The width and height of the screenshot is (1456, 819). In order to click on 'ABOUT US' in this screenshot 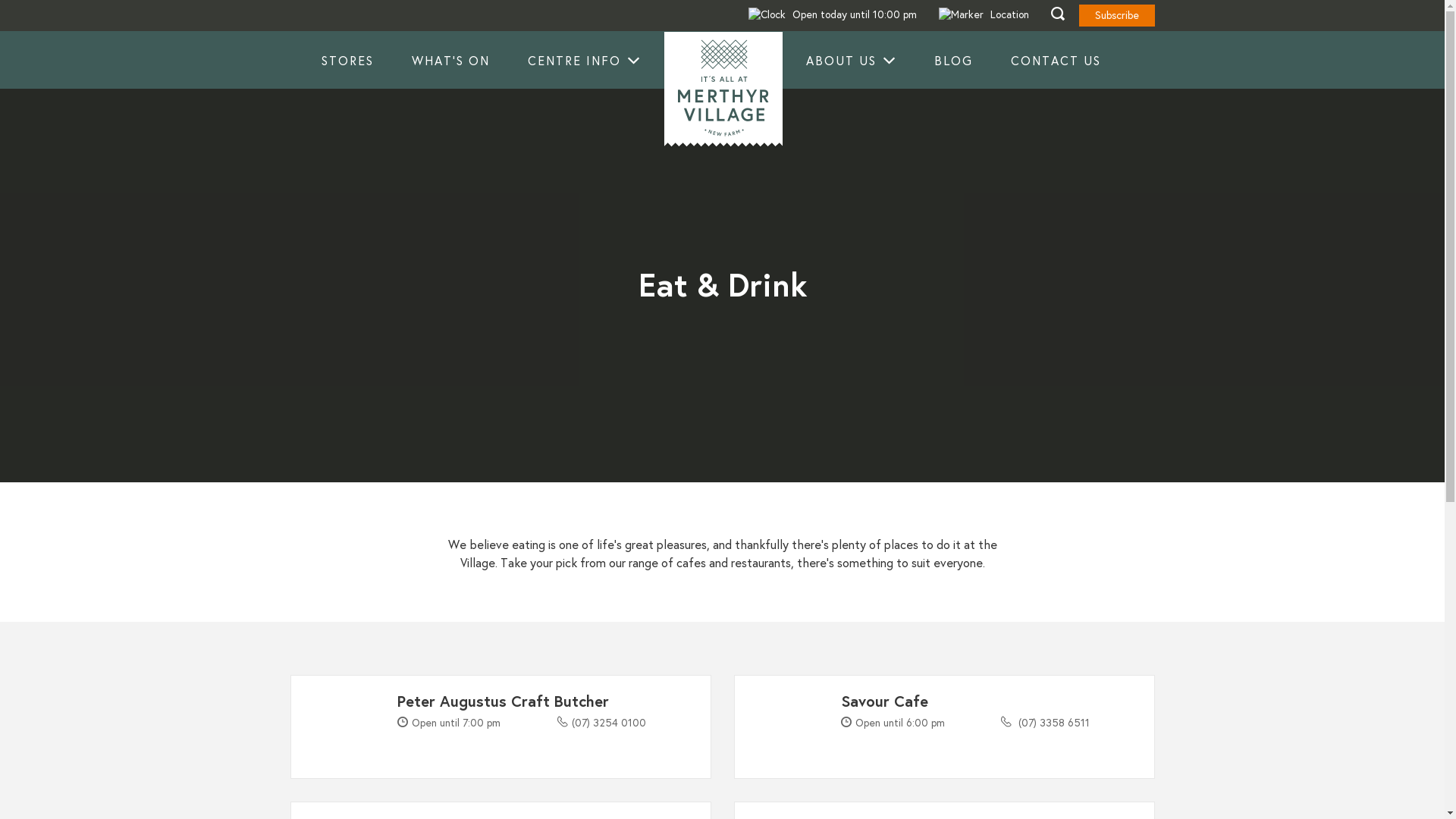, I will do `click(804, 60)`.